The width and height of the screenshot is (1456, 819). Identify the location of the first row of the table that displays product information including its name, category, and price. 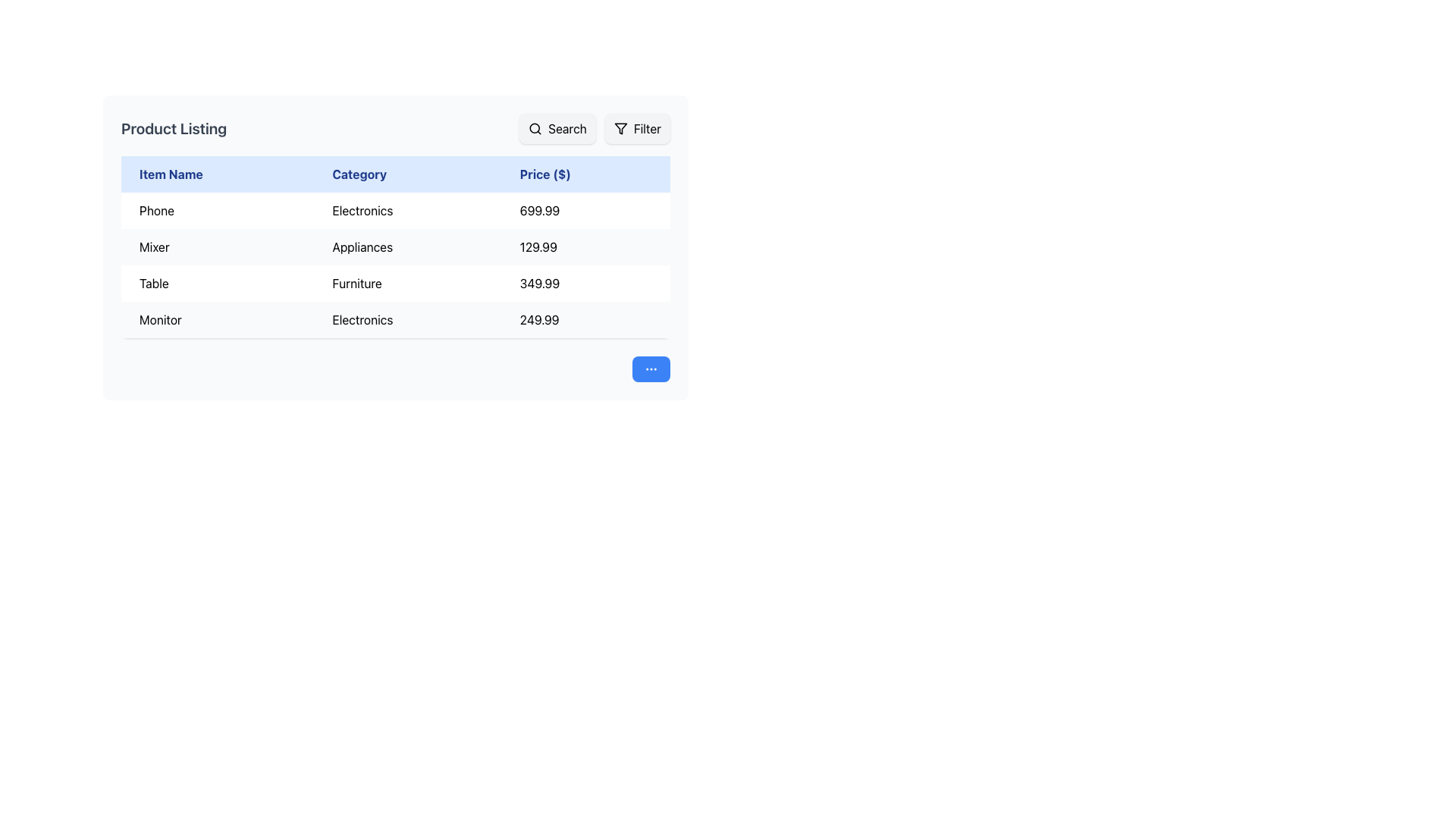
(396, 210).